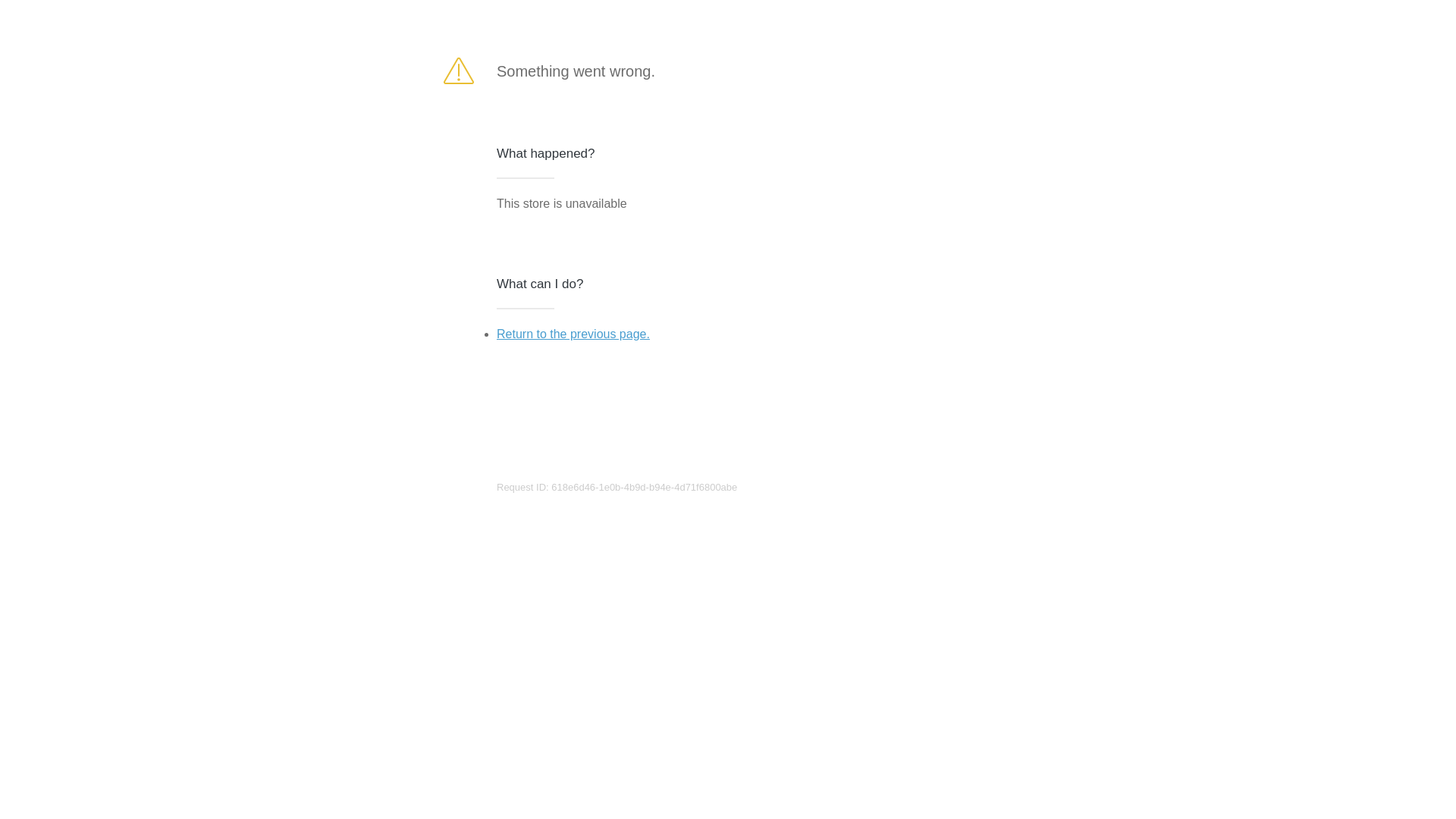  I want to click on 'Return to the previous page.', so click(572, 333).